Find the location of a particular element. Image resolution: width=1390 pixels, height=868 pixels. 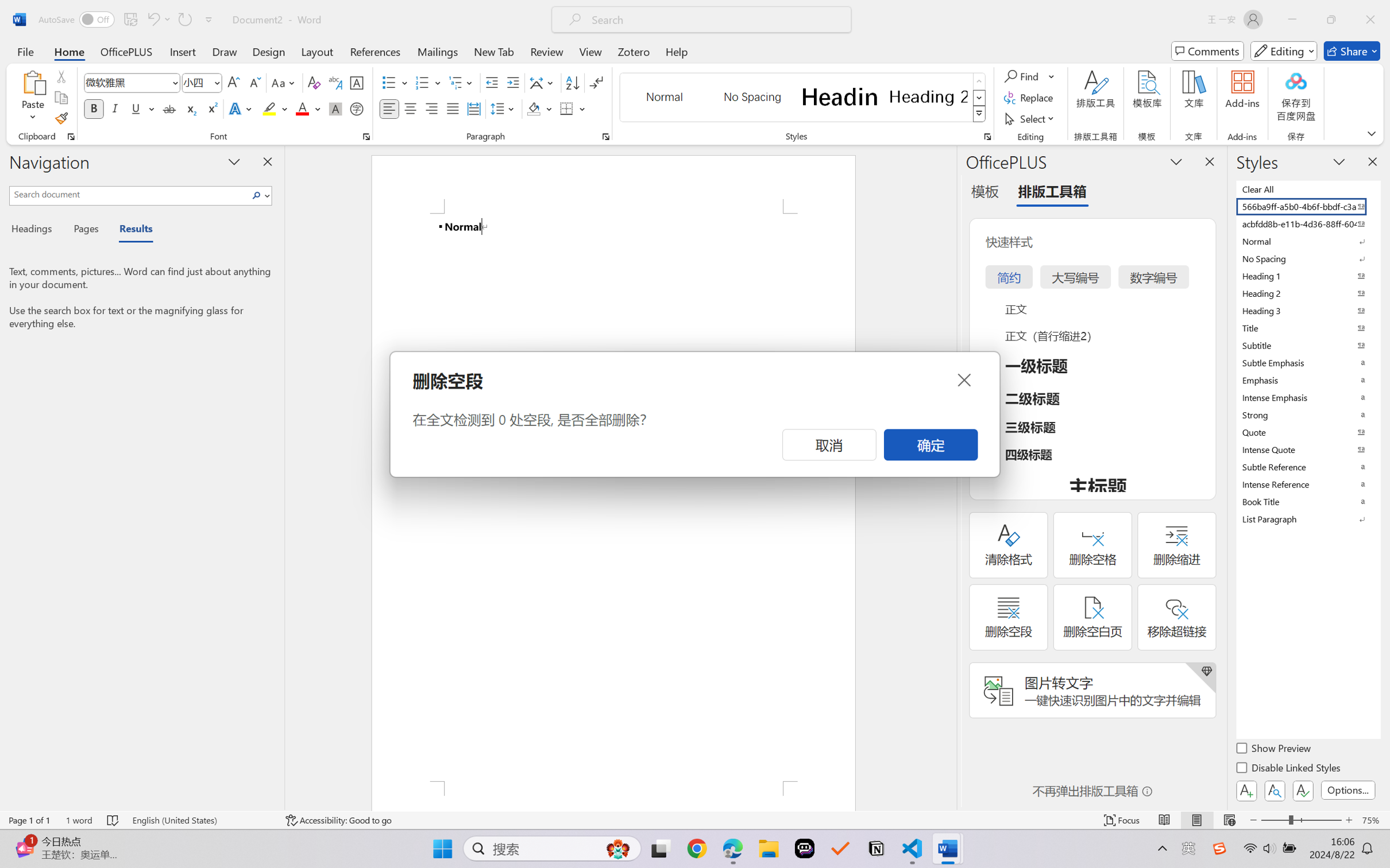

'No Spacing' is located at coordinates (1307, 258).